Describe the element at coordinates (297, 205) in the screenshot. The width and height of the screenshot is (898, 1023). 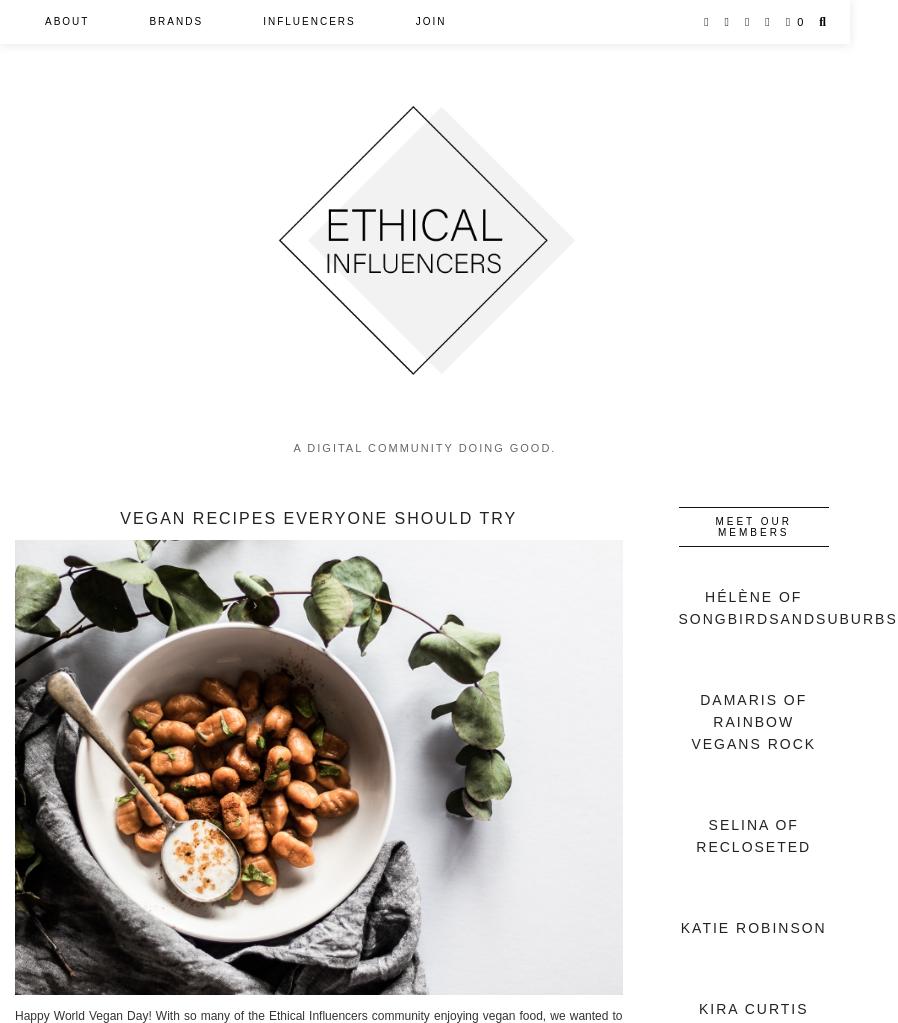
I see `'Petitions'` at that location.